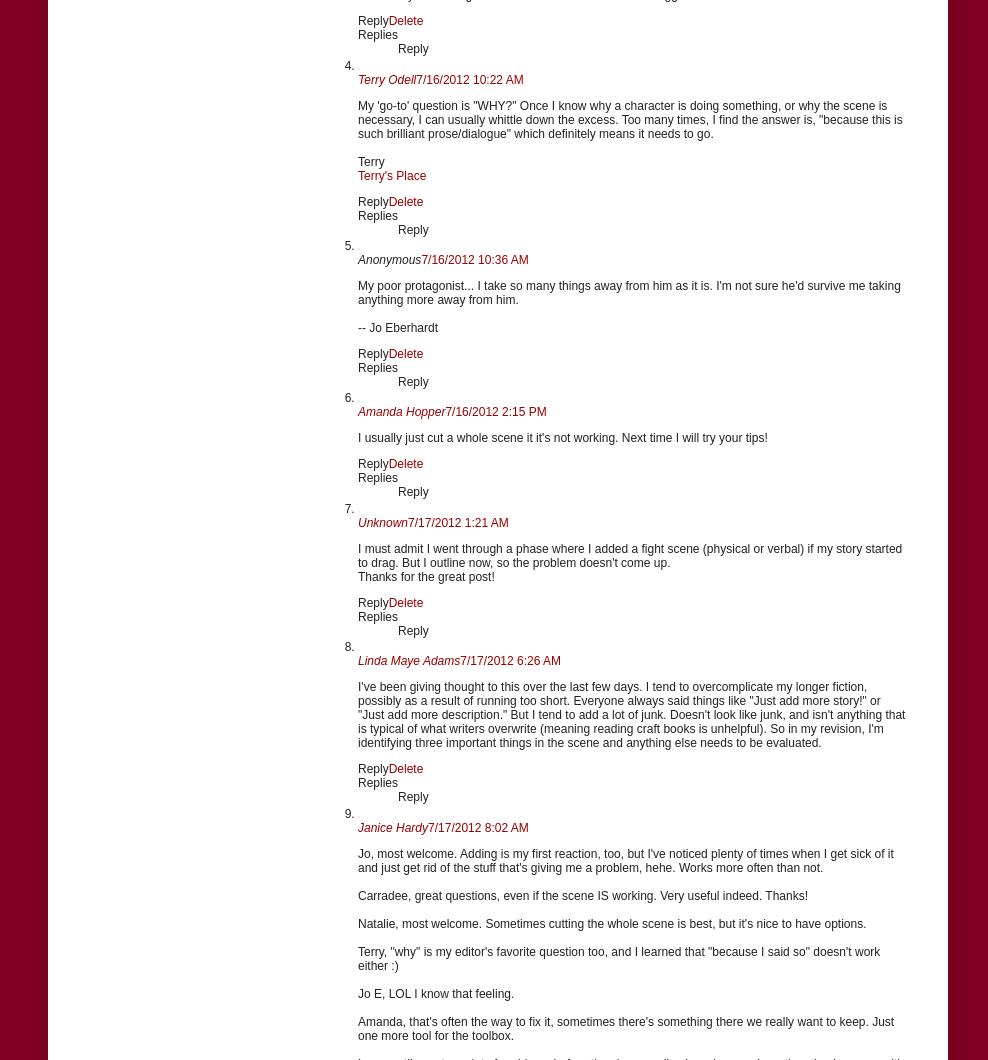 This screenshot has height=1060, width=988. What do you see at coordinates (400, 411) in the screenshot?
I see `'Amanda Hopper'` at bounding box center [400, 411].